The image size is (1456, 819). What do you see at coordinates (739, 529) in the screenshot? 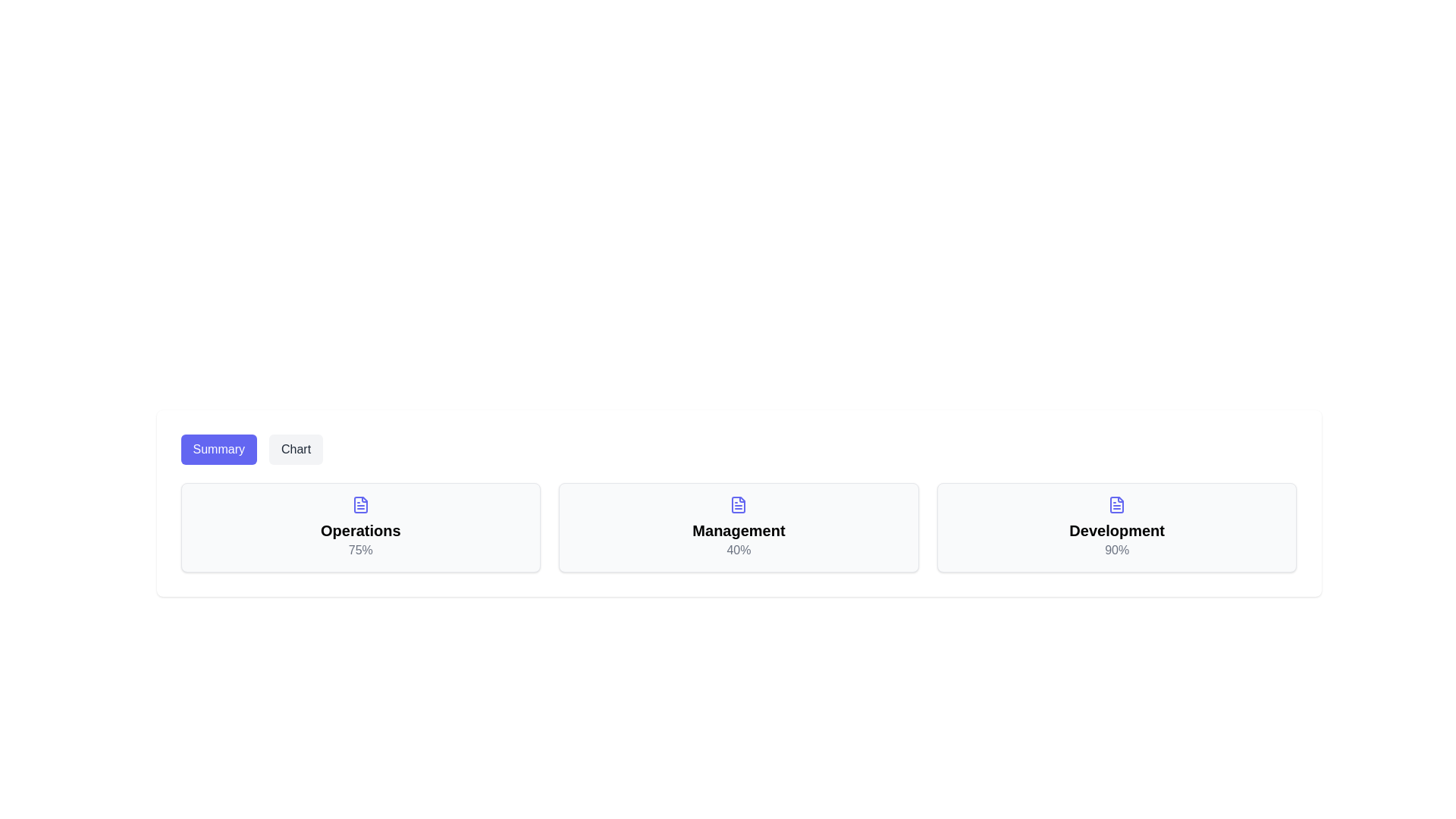
I see `header text 'Management' which is styled in bold and large font, located in the middle tile of a horizontal row of three tiles` at bounding box center [739, 529].